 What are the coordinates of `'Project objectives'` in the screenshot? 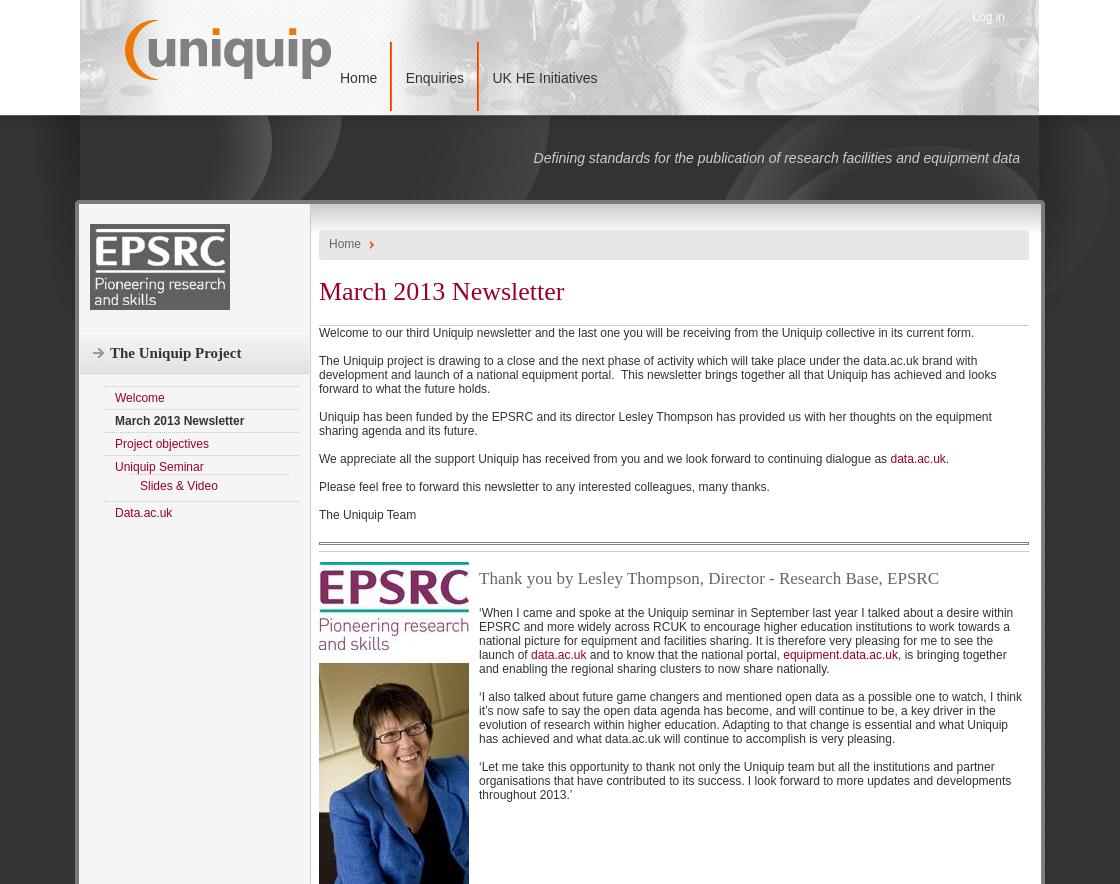 It's located at (161, 444).